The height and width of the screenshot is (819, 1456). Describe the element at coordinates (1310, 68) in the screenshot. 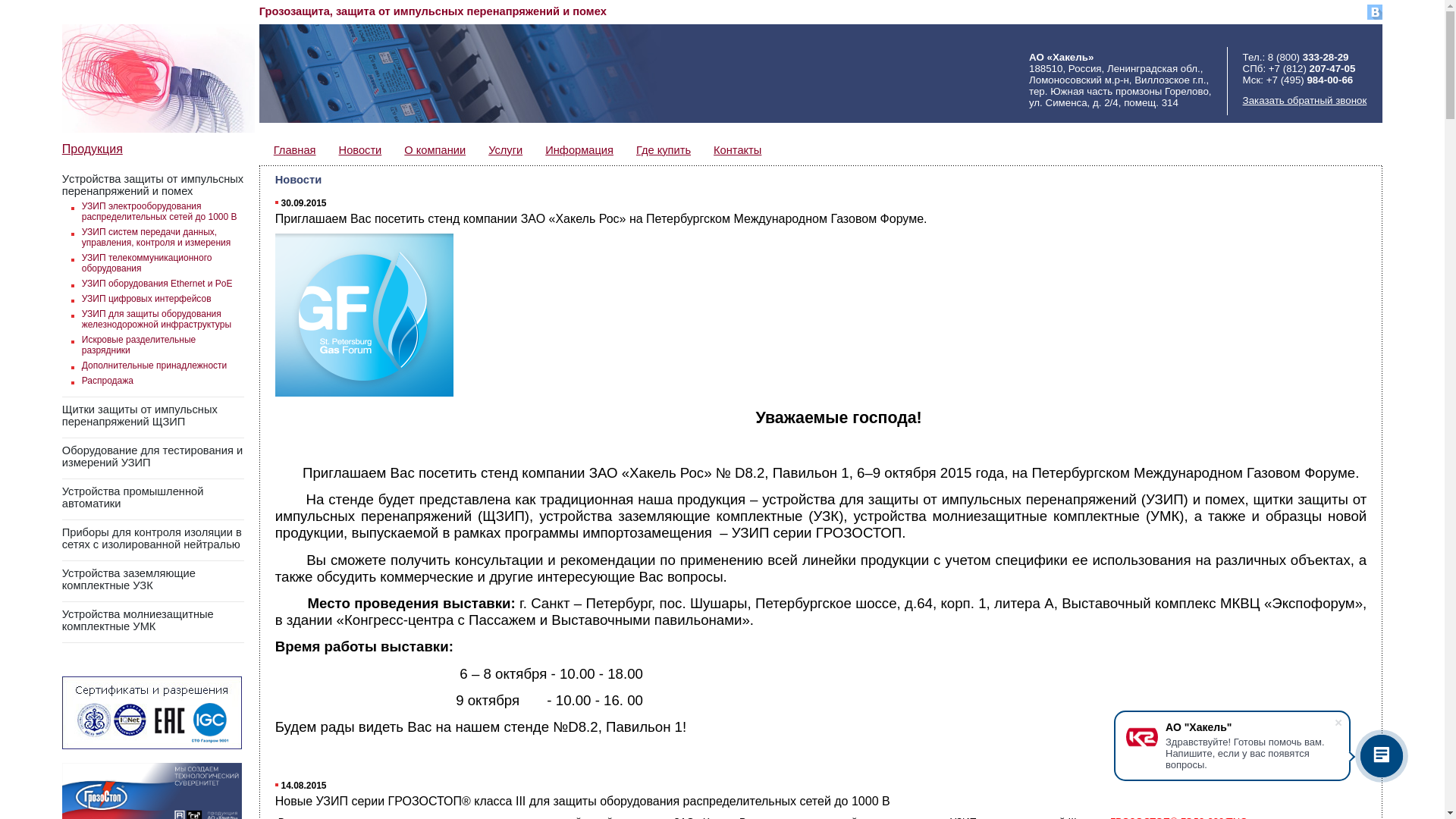

I see `'+7 (812) 207-47-05'` at that location.